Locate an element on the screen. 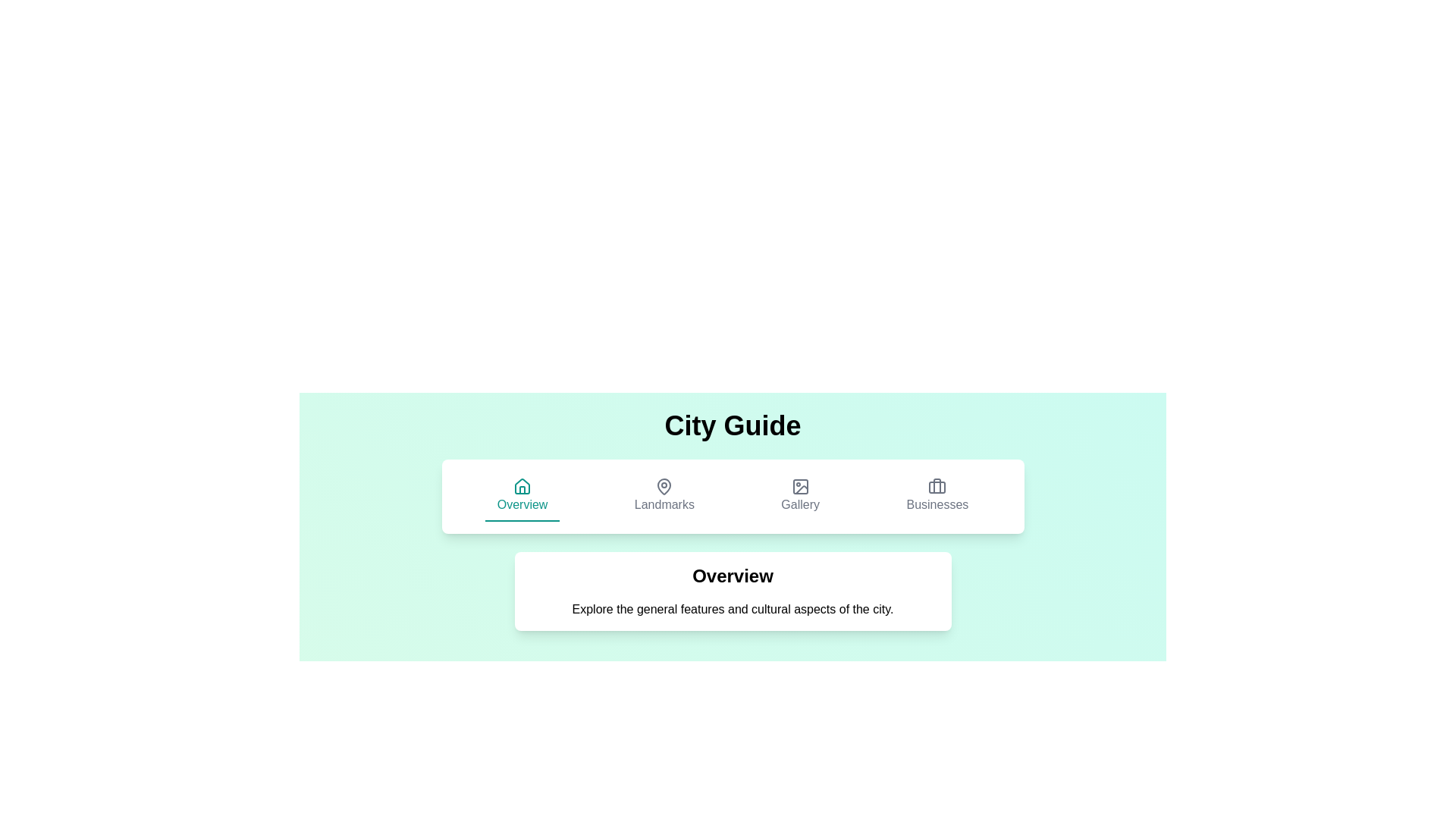 The image size is (1456, 819). the gallery icon in the navigation bar, which is a square icon with rounded corners resembling a photo image is located at coordinates (799, 486).